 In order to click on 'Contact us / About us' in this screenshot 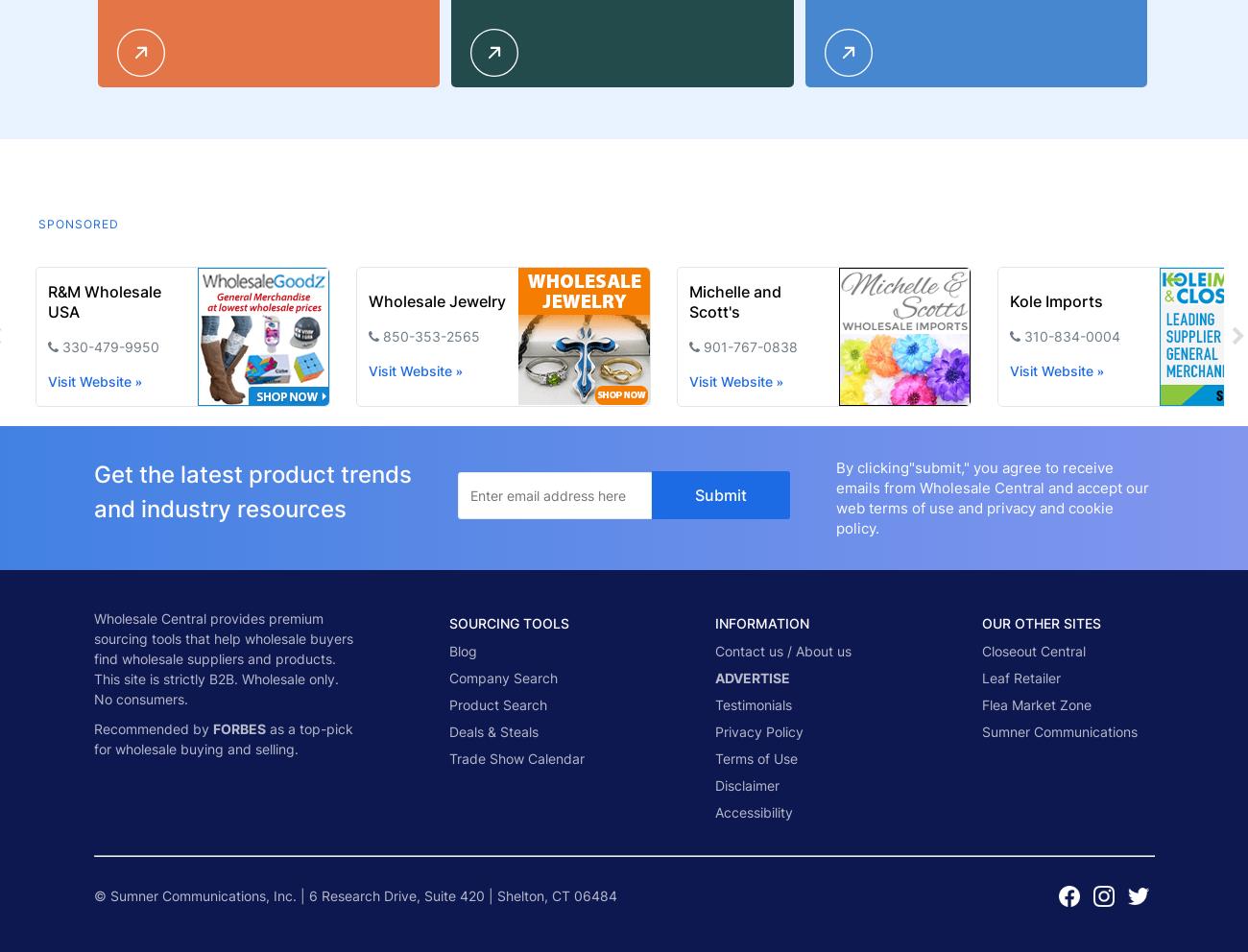, I will do `click(783, 649)`.